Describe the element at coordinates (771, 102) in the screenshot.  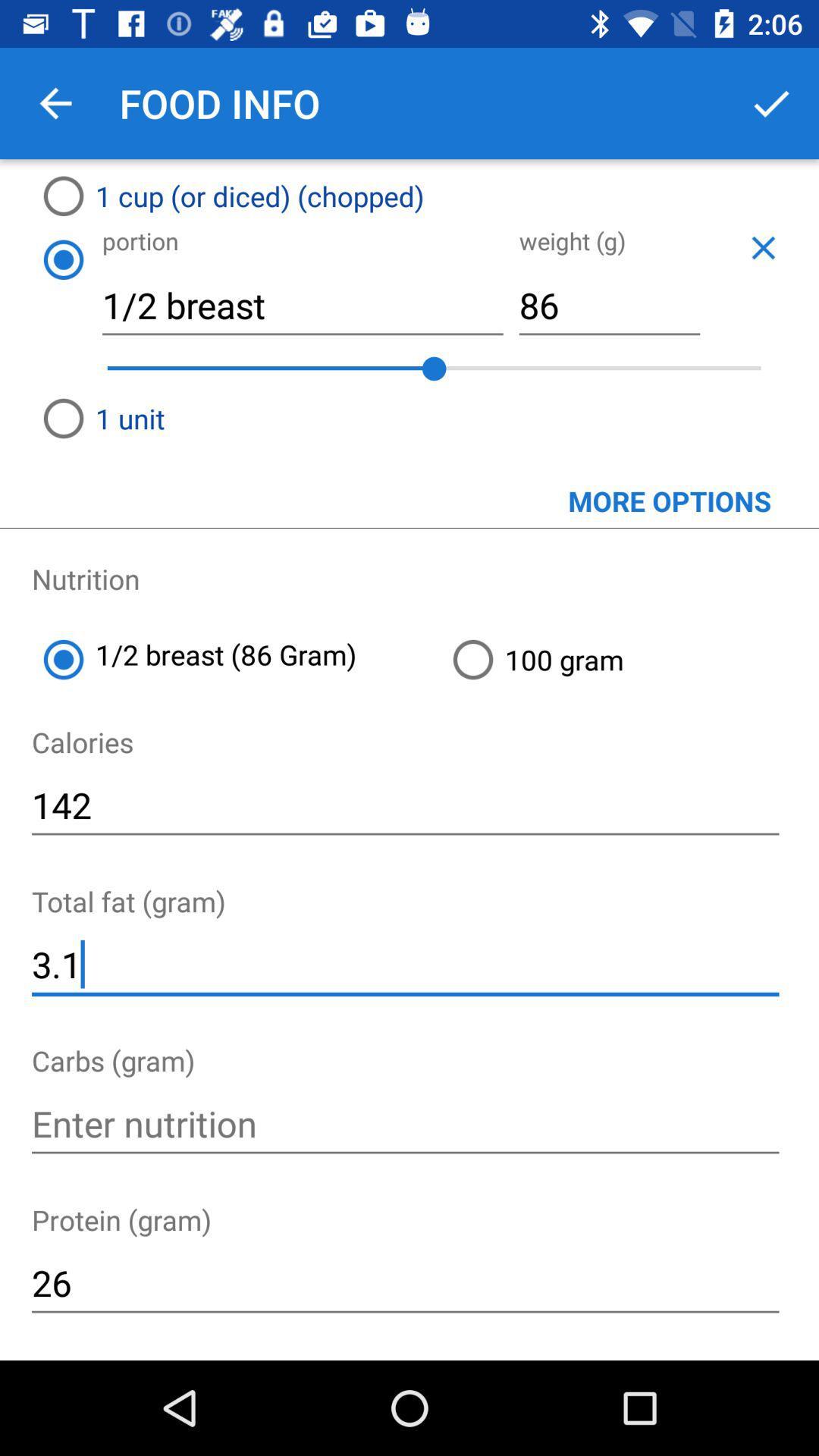
I see `switch tick option` at that location.